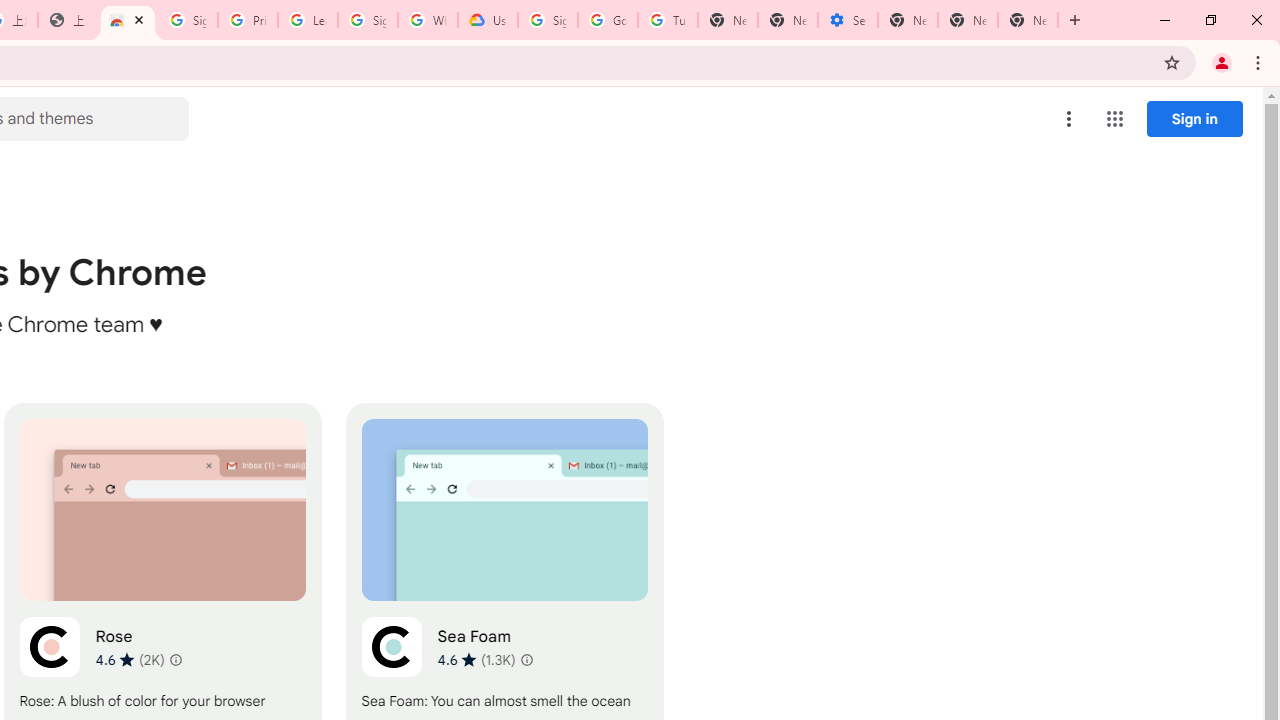  Describe the element at coordinates (1068, 119) in the screenshot. I see `'More options menu'` at that location.